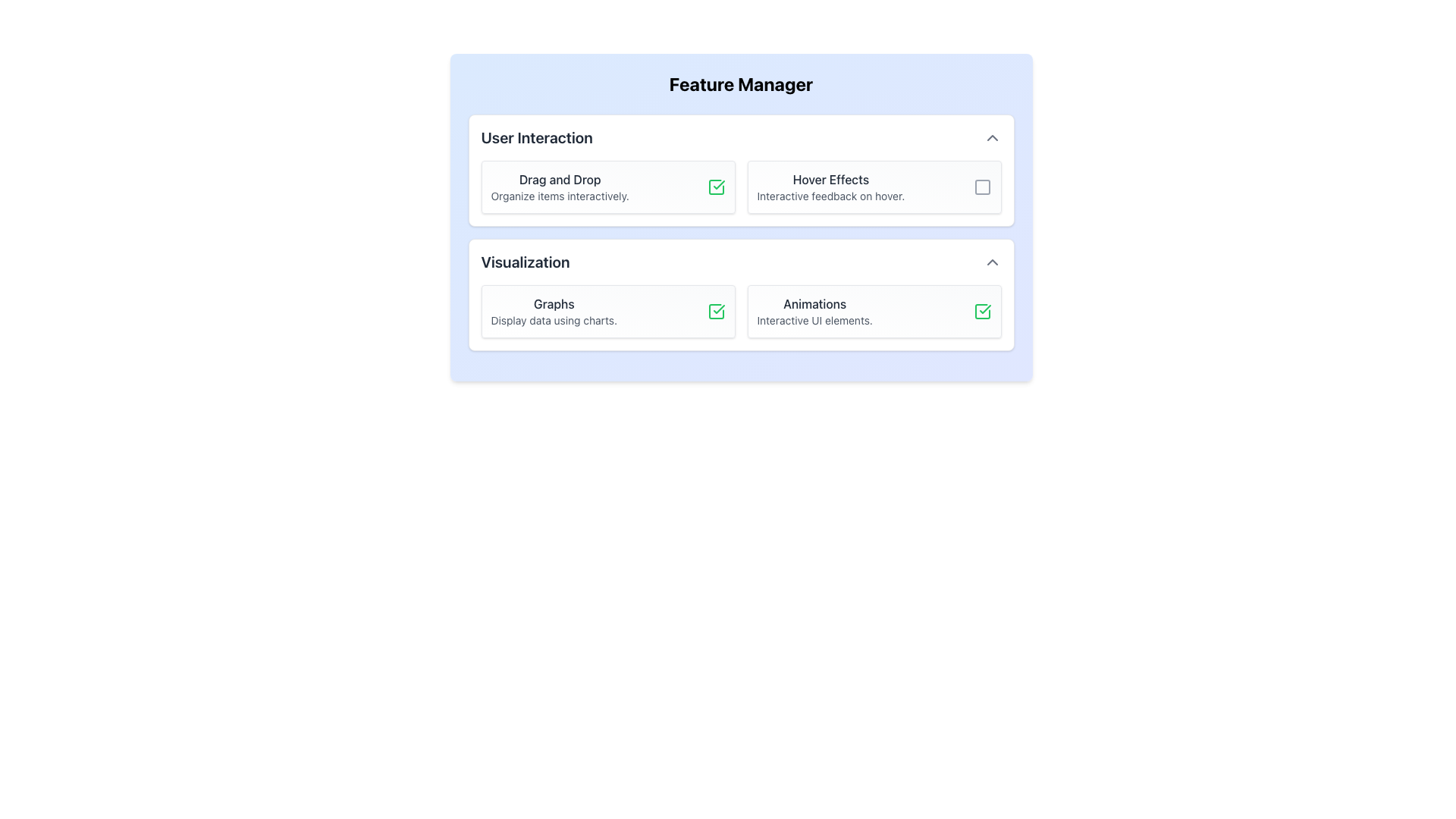  Describe the element at coordinates (741, 186) in the screenshot. I see `the checkbox in the right section of the Feature selector grid row` at that location.